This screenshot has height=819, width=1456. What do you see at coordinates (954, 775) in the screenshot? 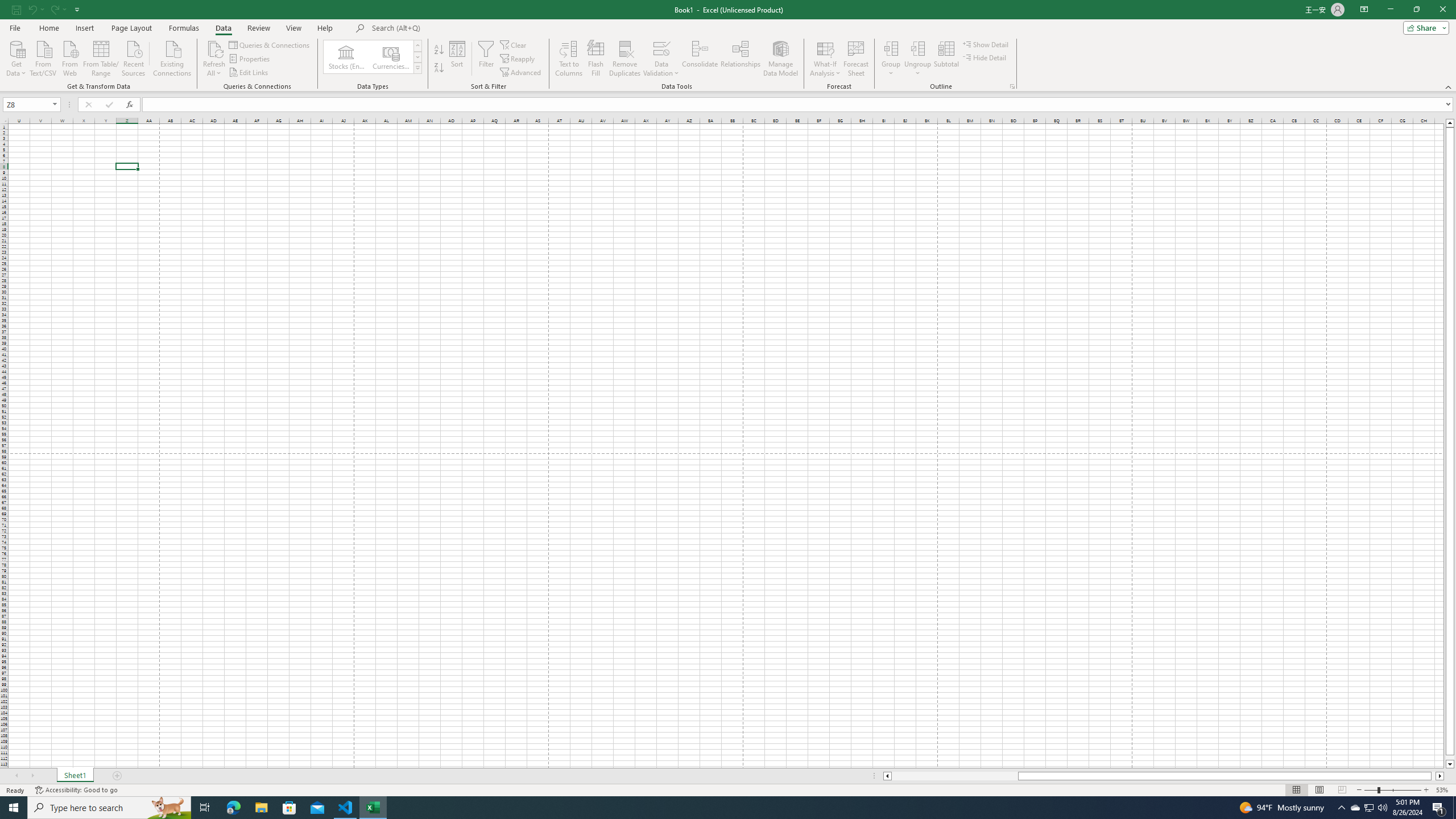
I see `'Page left'` at bounding box center [954, 775].